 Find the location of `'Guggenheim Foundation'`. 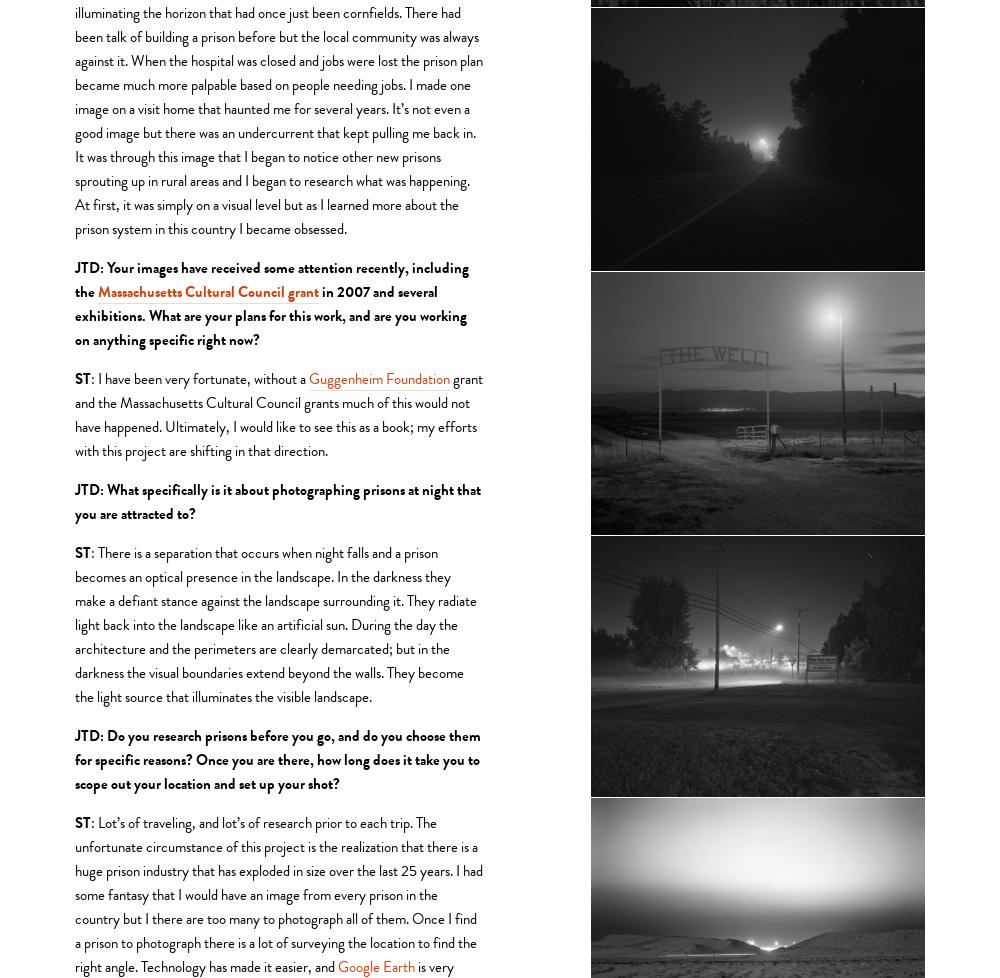

'Guggenheim Foundation' is located at coordinates (379, 376).